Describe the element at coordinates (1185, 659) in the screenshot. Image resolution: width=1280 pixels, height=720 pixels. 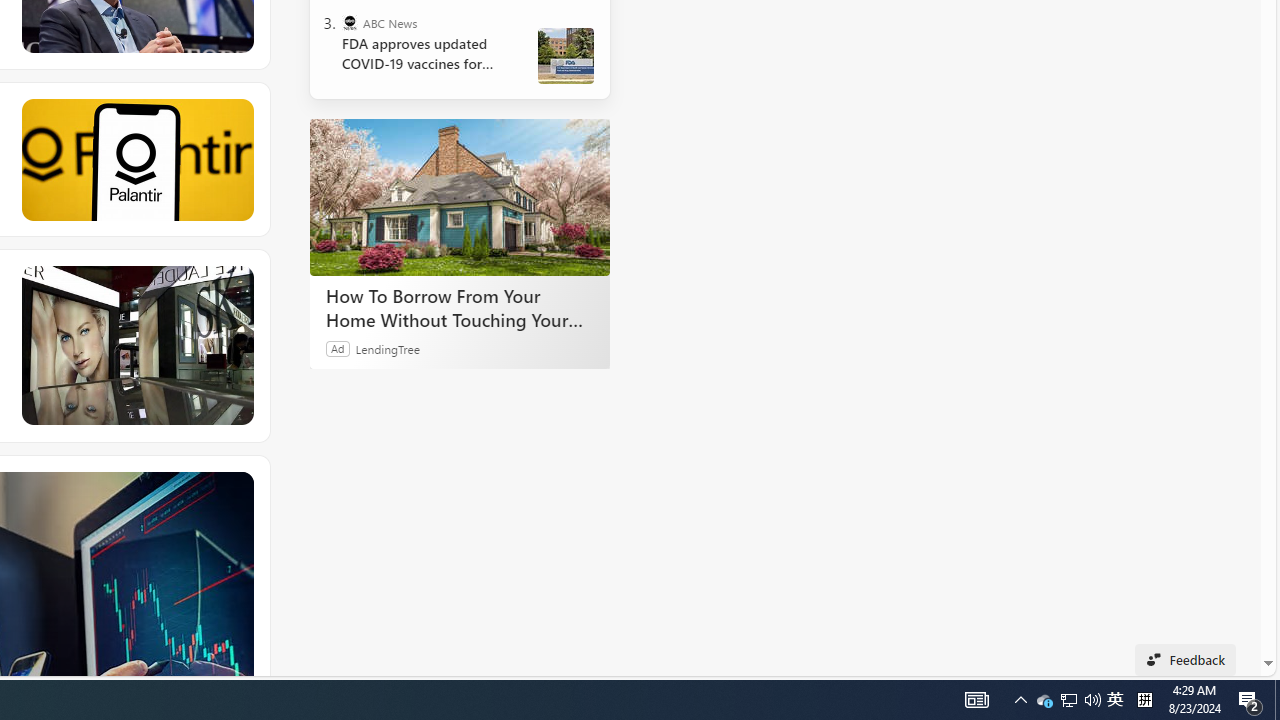
I see `'Feedback'` at that location.